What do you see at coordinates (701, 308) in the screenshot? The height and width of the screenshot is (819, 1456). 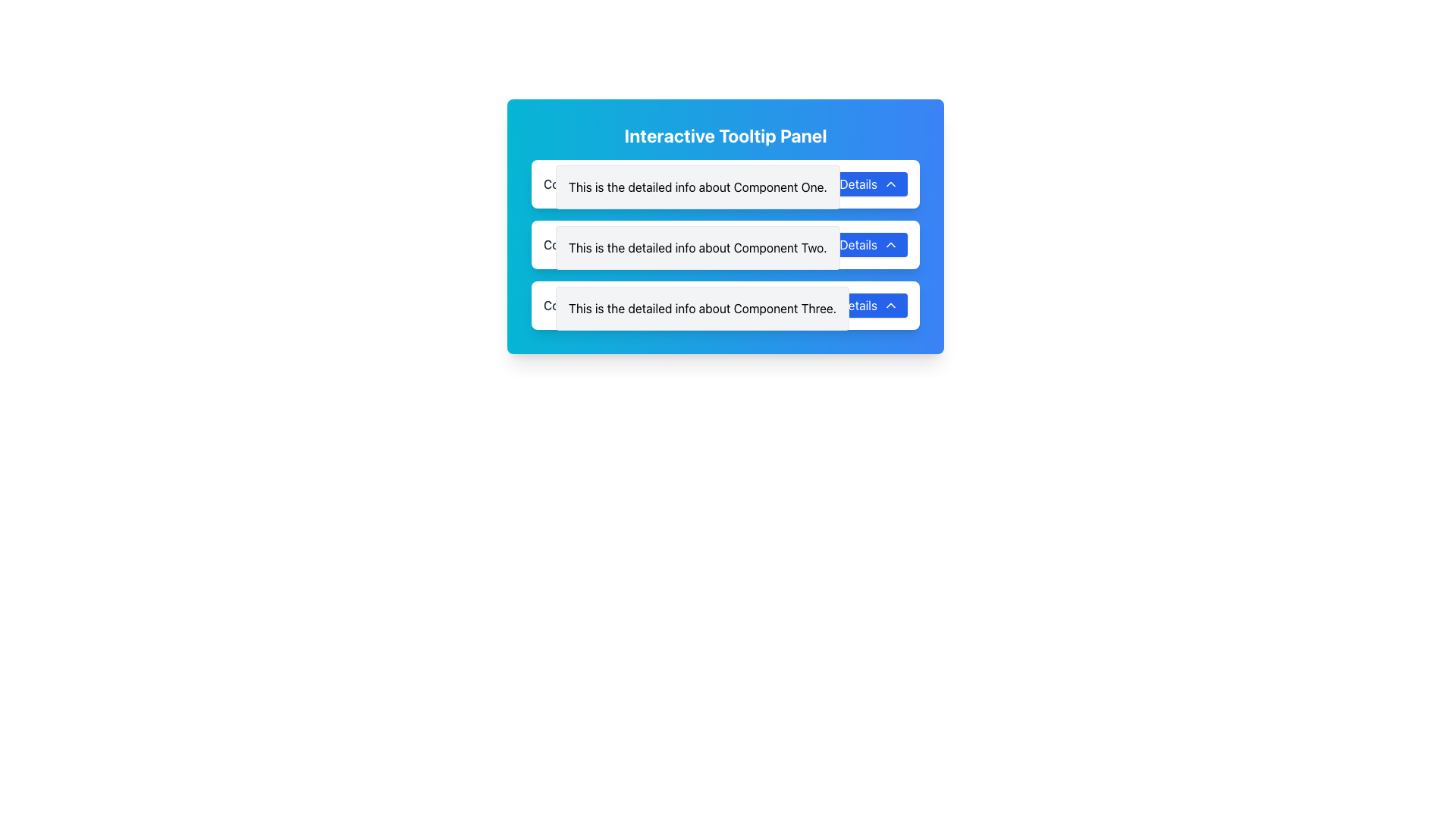 I see `information presented in the Informational text panel that contains the text 'This is the detailed info about Component Three.'` at bounding box center [701, 308].